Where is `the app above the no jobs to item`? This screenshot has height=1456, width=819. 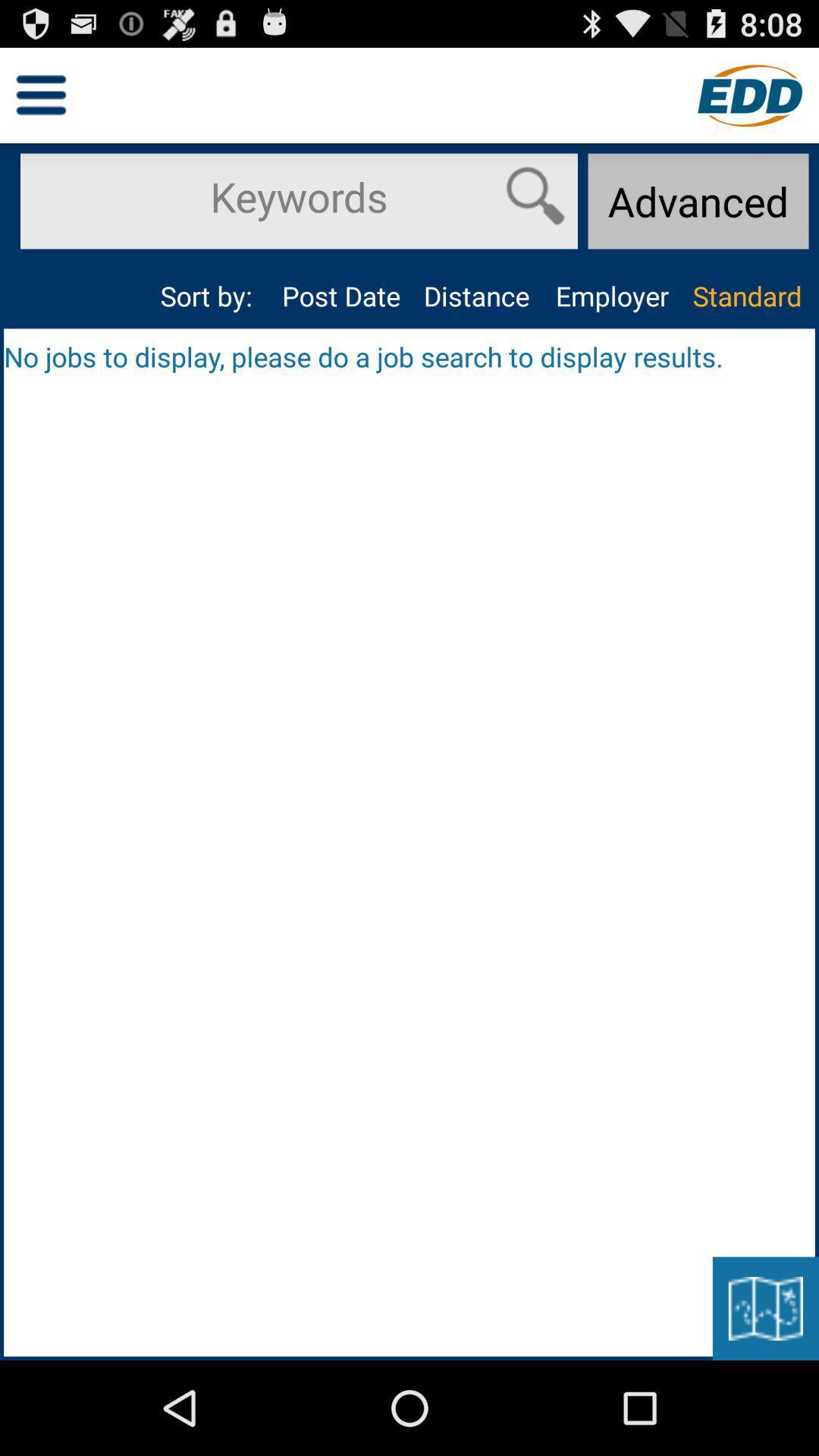
the app above the no jobs to item is located at coordinates (610, 296).